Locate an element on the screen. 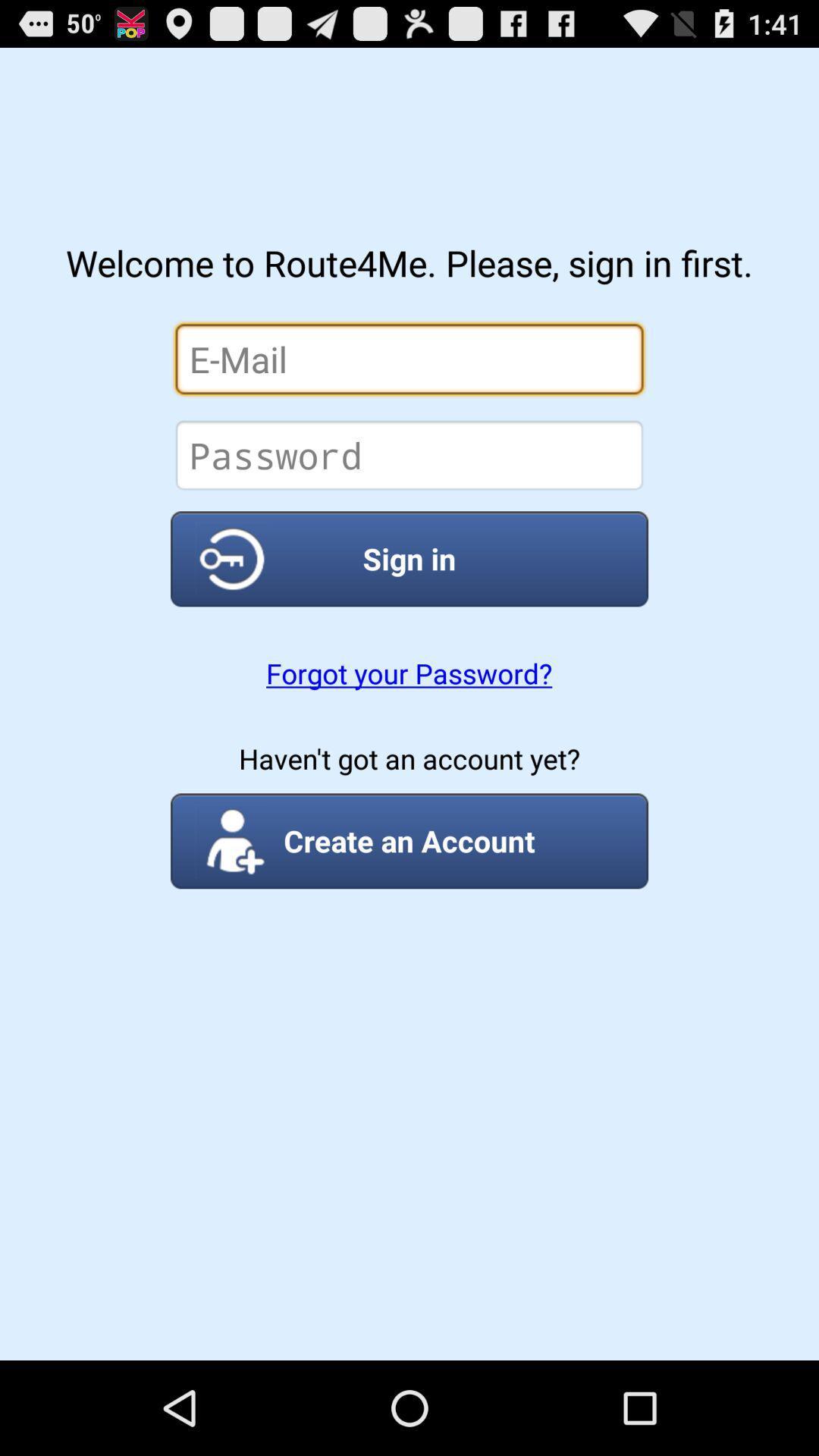  insert password is located at coordinates (409, 454).